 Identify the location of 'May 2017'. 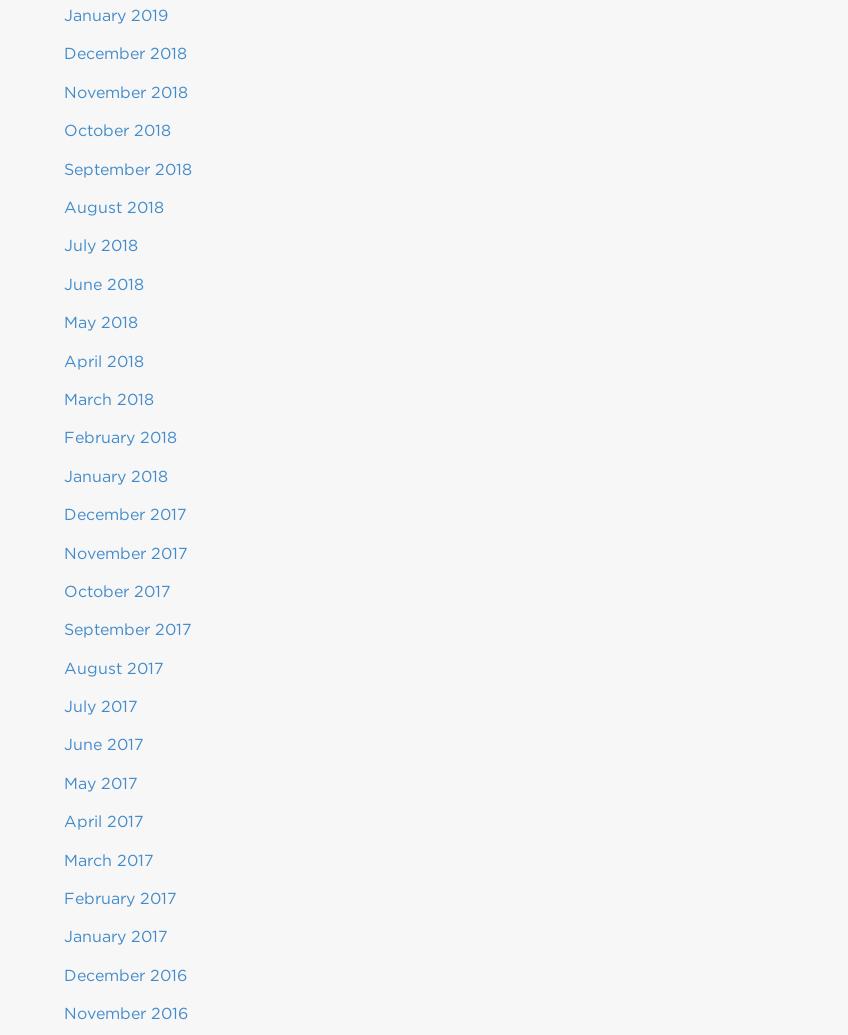
(100, 781).